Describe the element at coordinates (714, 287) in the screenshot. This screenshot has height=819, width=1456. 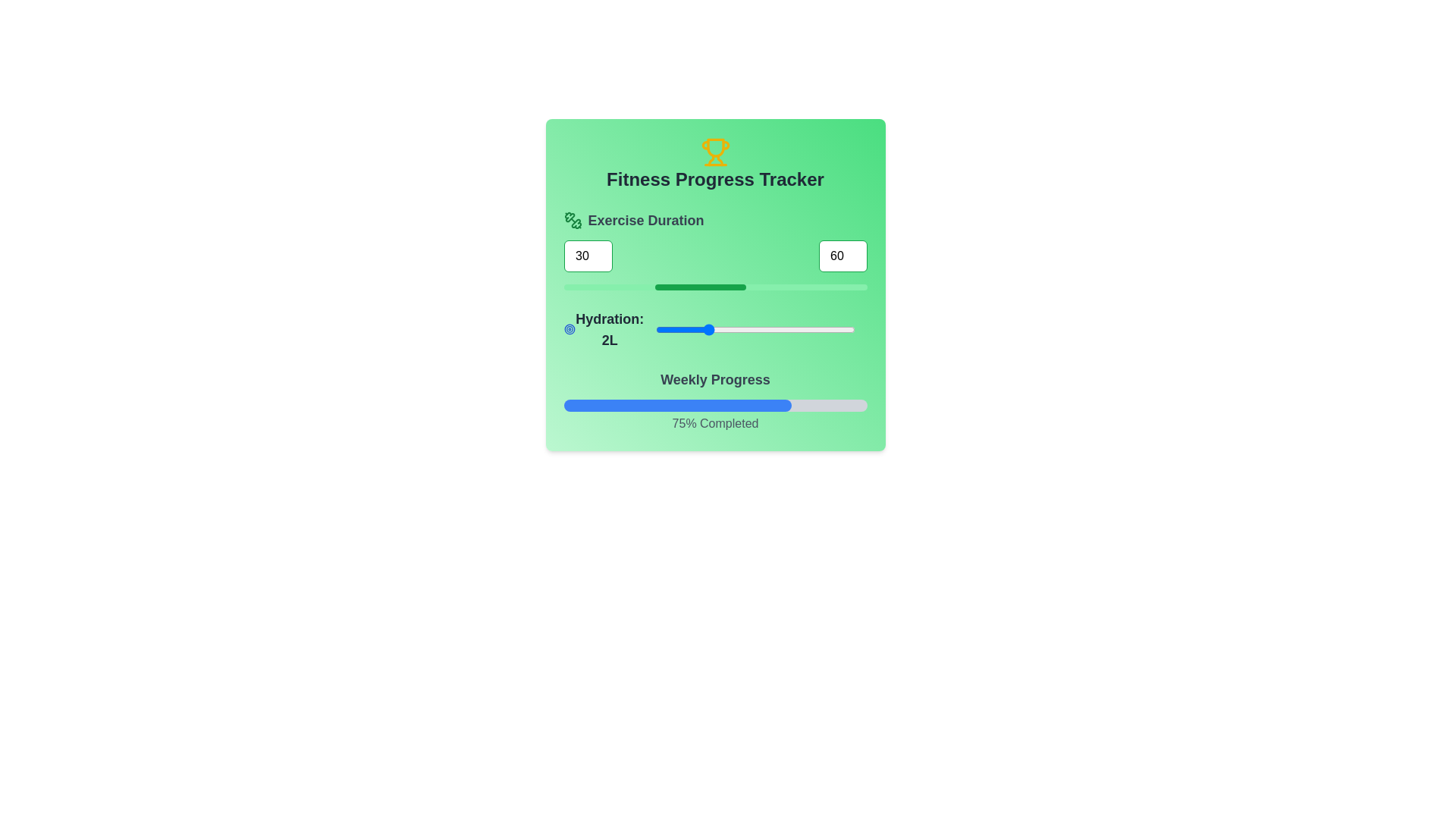
I see `the Progress Bar located below the 'Exercise Duration' label, which is a horizontal bar with a green background and rounded corners, indicating the progress visually` at that location.